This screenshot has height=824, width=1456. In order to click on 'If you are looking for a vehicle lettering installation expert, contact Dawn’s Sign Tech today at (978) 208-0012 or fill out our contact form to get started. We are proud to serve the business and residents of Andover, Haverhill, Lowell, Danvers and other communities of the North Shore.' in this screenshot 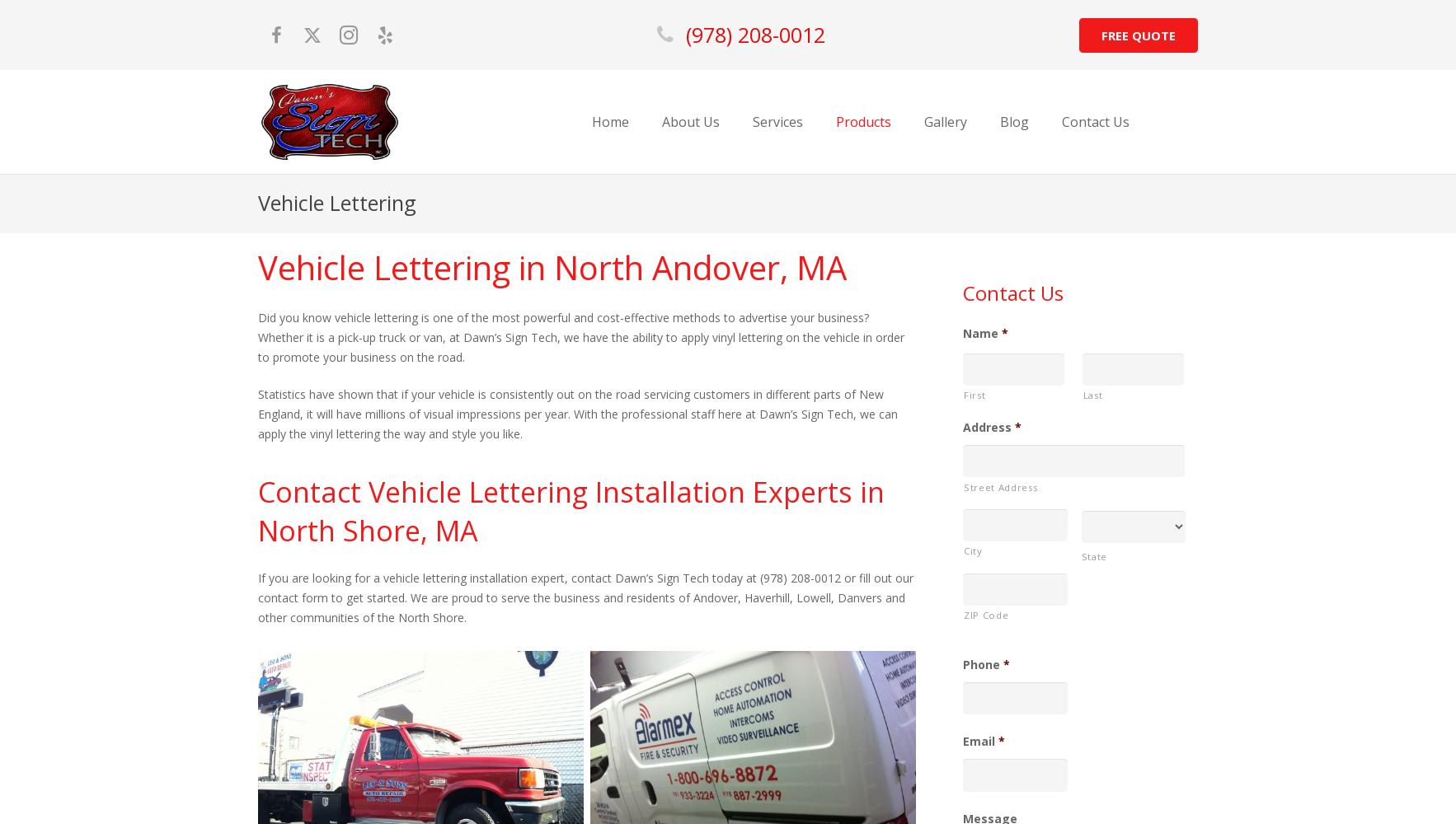, I will do `click(256, 596)`.